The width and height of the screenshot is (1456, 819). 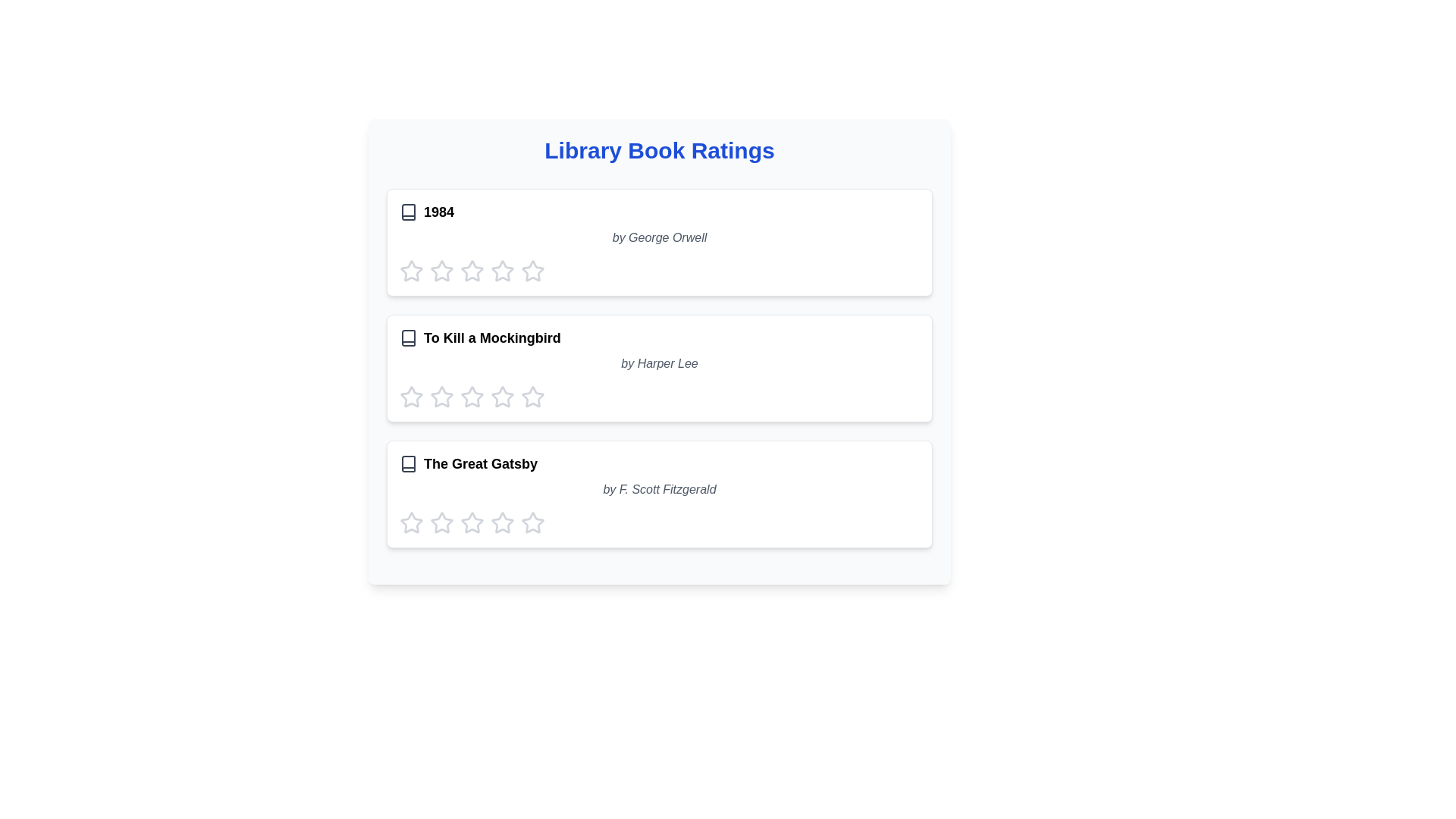 What do you see at coordinates (532, 271) in the screenshot?
I see `the fourth star-shaped icon button in the rating section of the '1984' book entry` at bounding box center [532, 271].